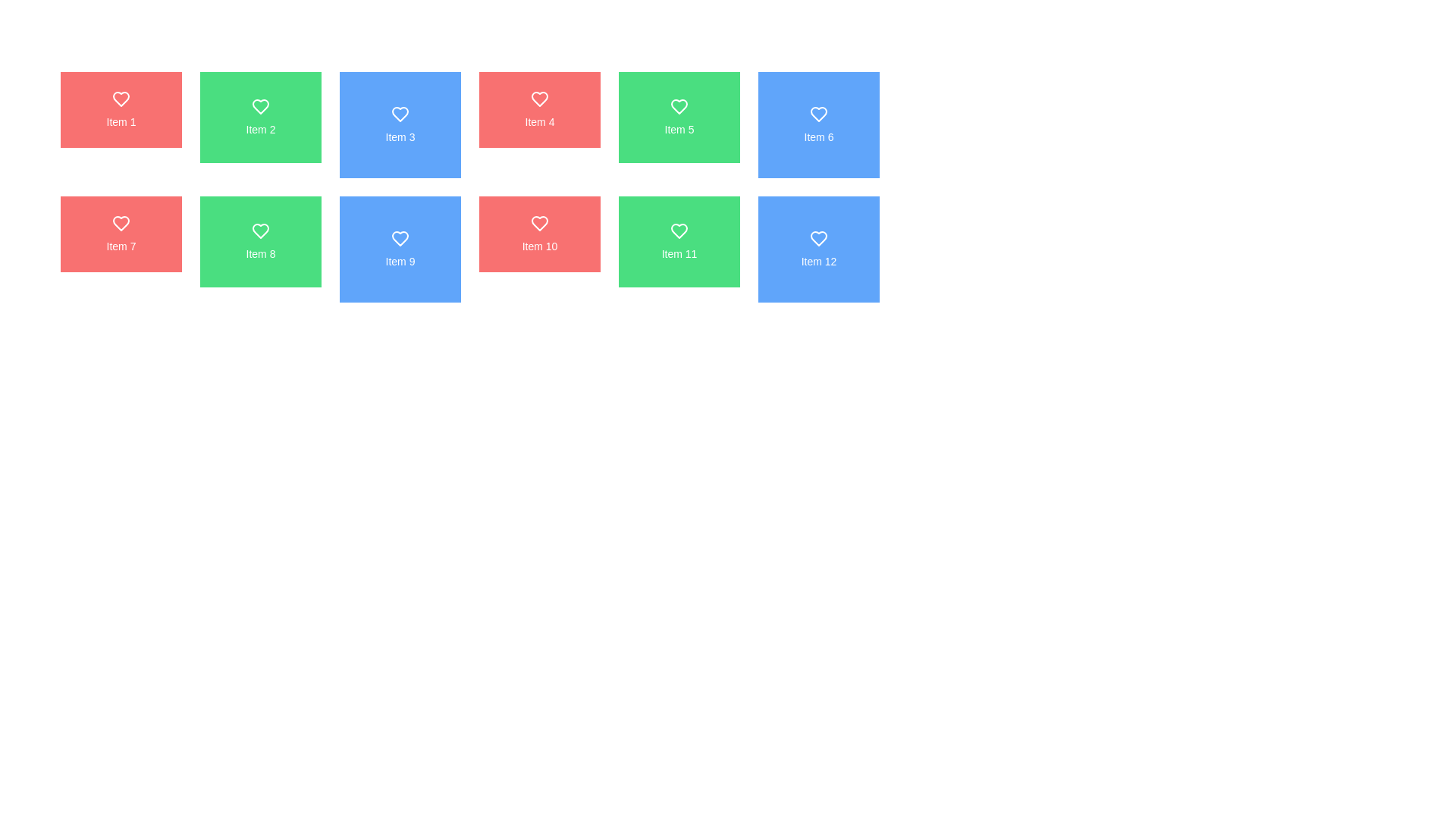  What do you see at coordinates (400, 124) in the screenshot?
I see `the rectangular clickable component labeled 'Item 3', which features a white heart icon and a blue background` at bounding box center [400, 124].